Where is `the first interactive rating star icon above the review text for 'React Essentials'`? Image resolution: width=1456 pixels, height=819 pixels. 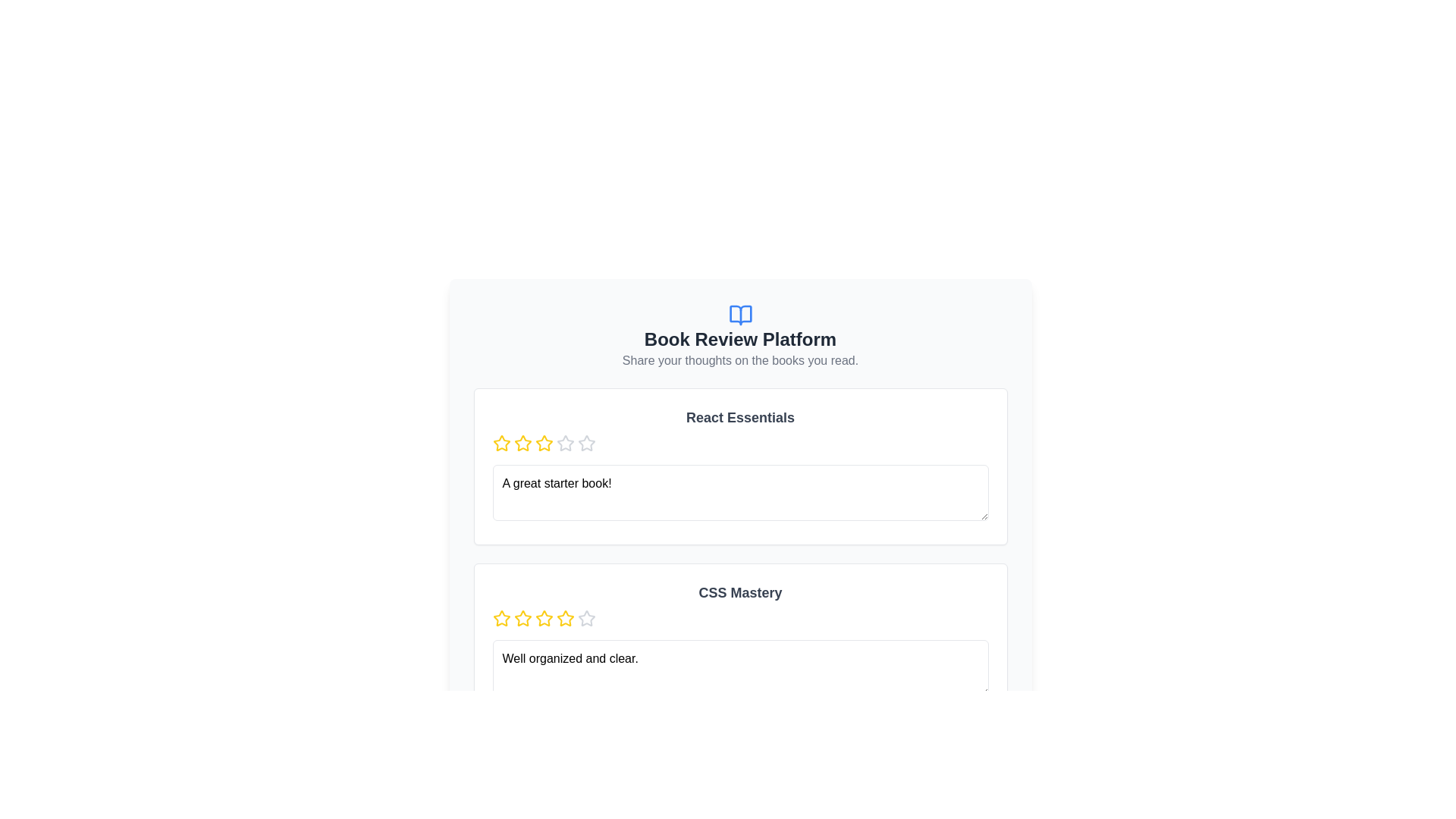
the first interactive rating star icon above the review text for 'React Essentials' is located at coordinates (501, 444).